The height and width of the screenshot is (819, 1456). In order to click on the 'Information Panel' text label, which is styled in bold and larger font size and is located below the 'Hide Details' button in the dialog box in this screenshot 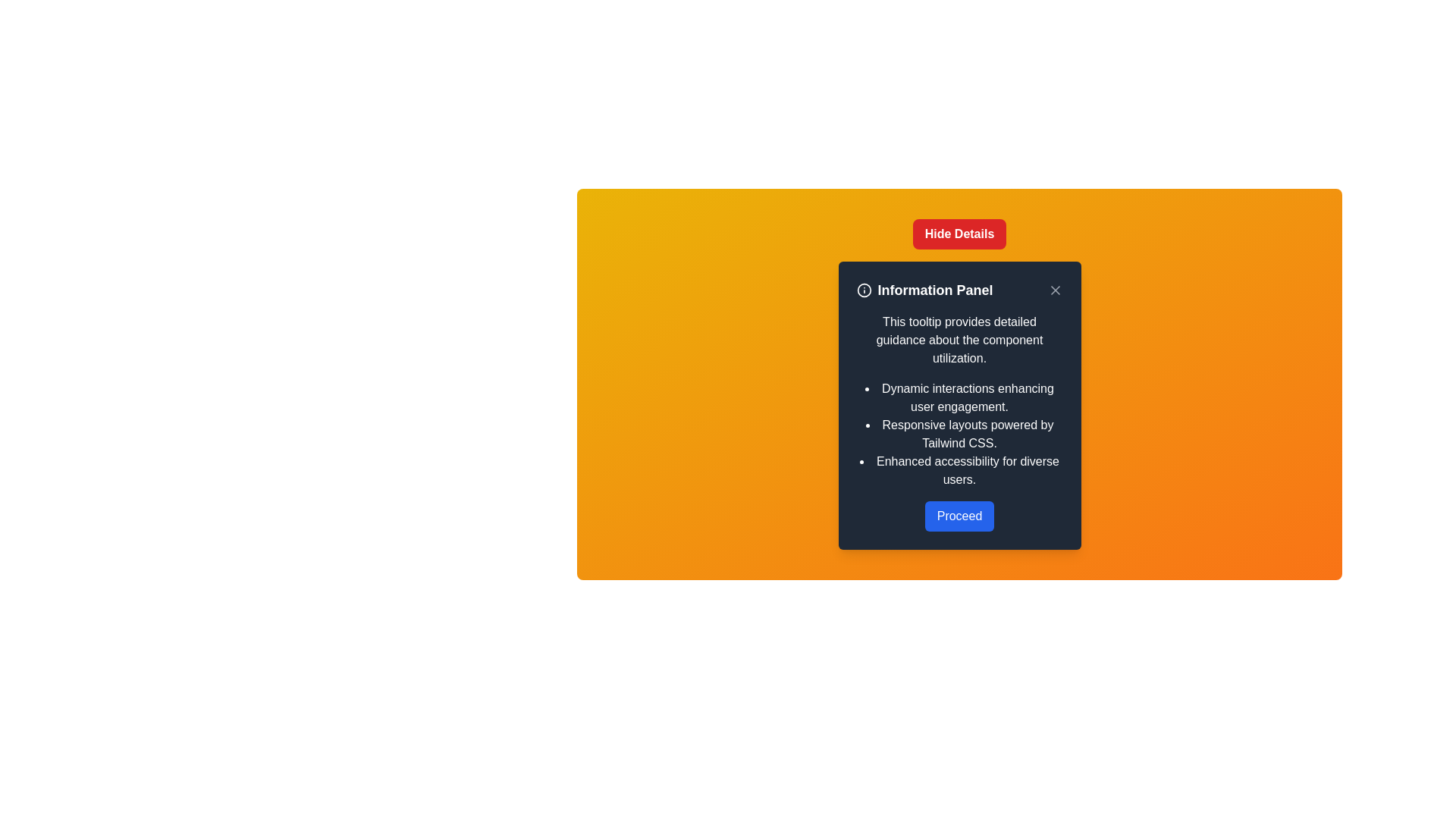, I will do `click(924, 290)`.